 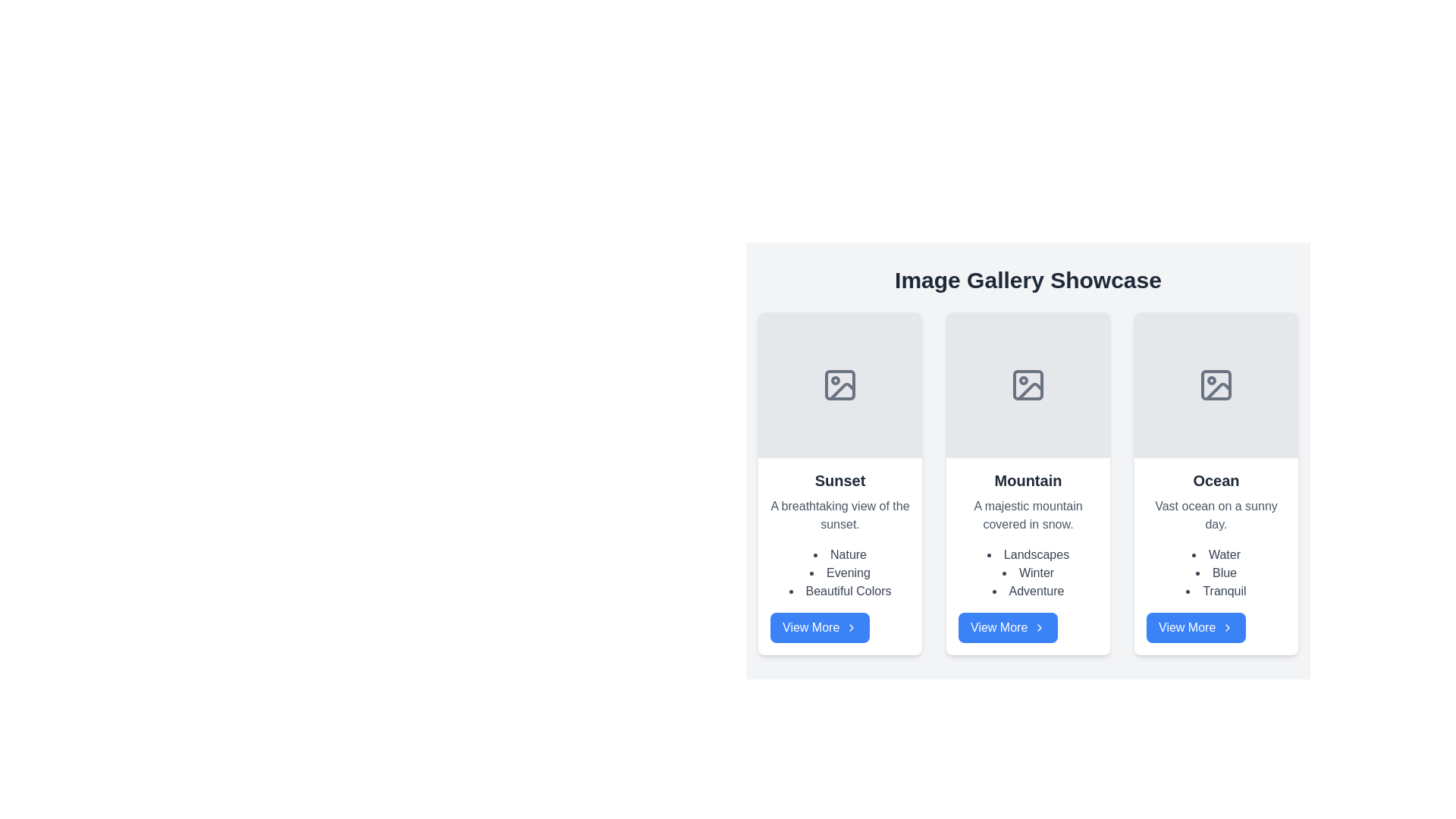 I want to click on the Decorative icon or vector graphic located at the top-center area of the leftmost card in a horizontally aligned grid, directly above the title 'Sunset', so click(x=839, y=384).